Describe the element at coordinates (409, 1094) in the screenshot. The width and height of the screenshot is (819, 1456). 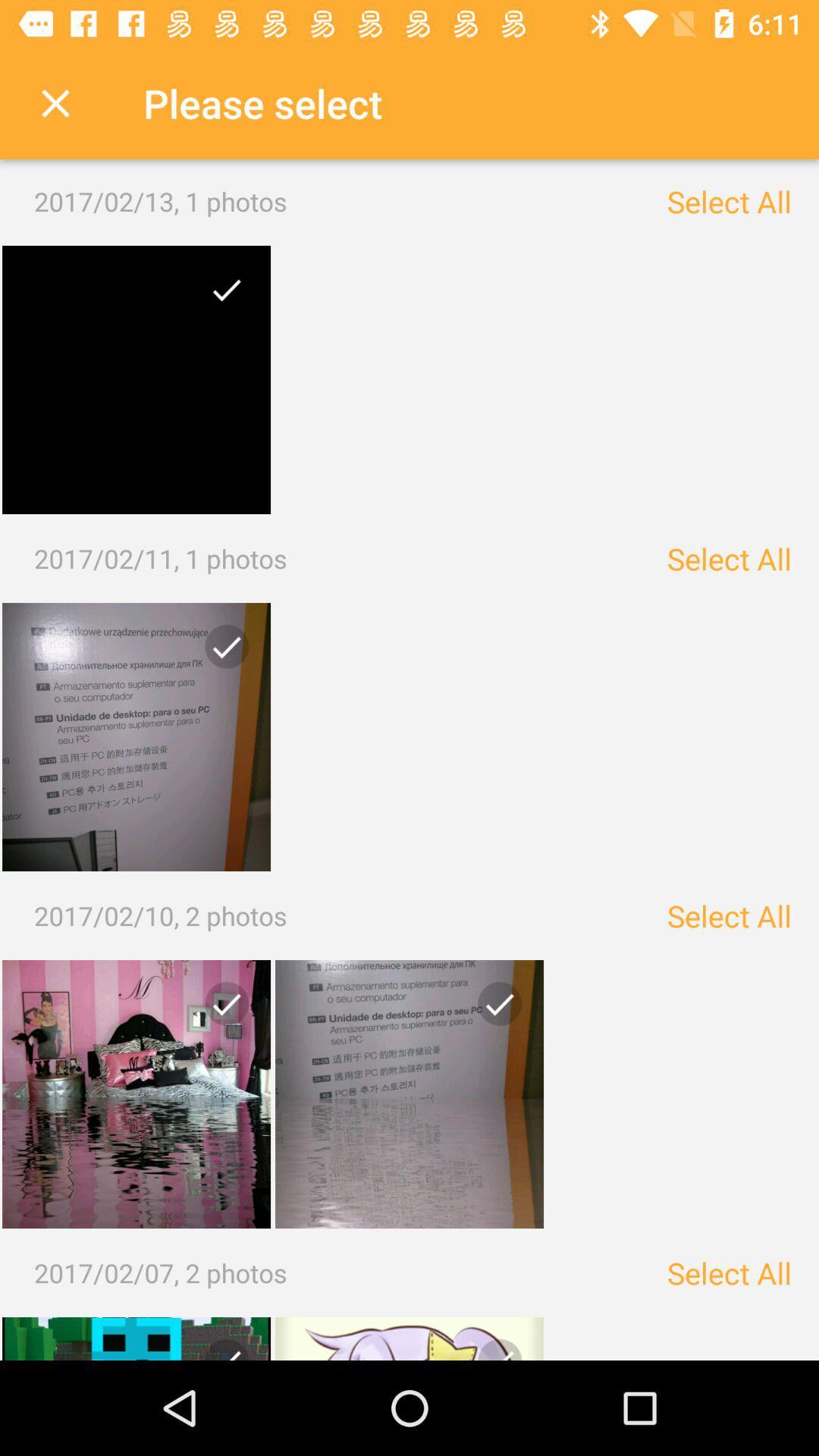
I see `photo` at that location.